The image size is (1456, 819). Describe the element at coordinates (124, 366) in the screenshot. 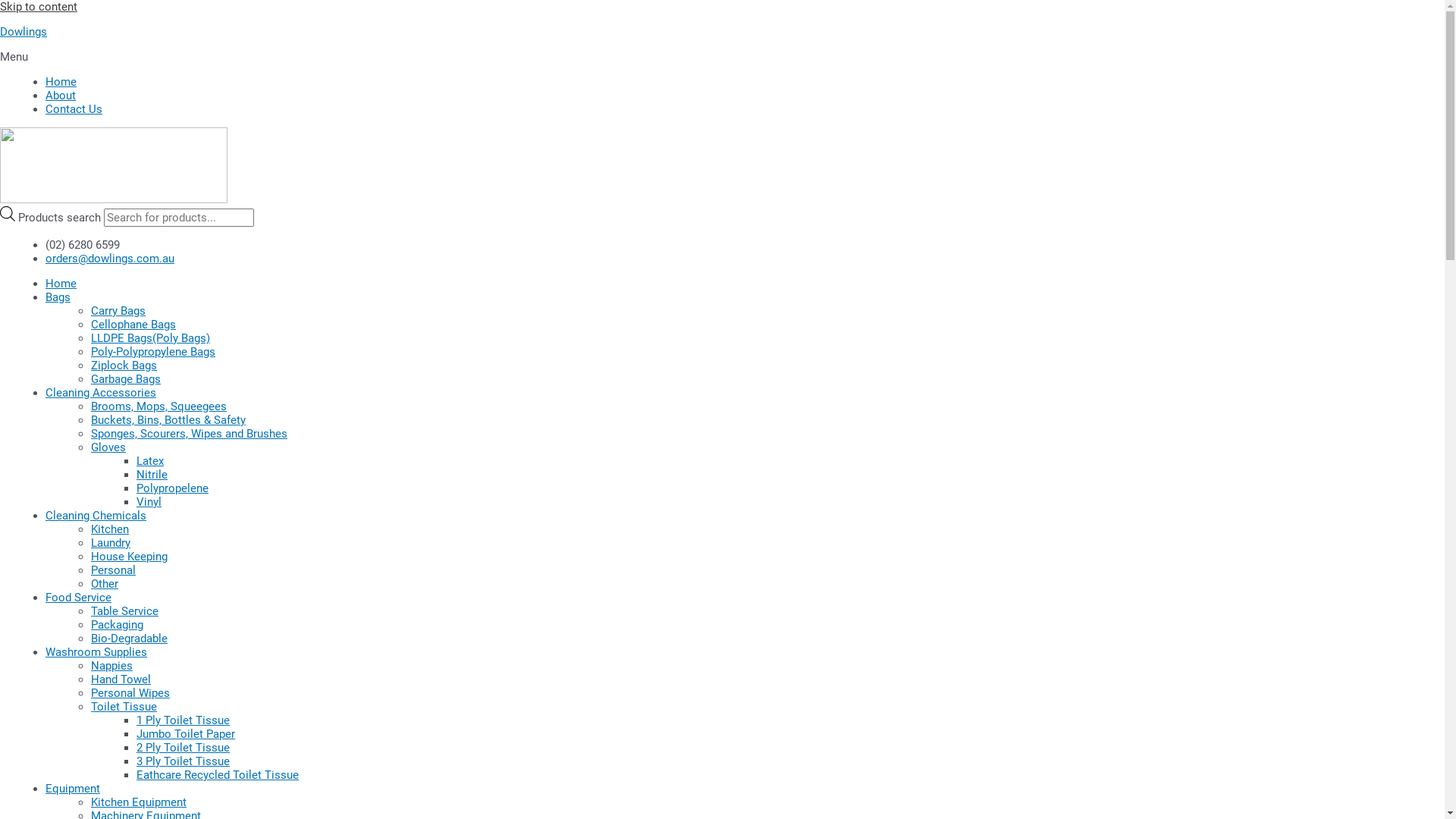

I see `'Ziplock Bags'` at that location.